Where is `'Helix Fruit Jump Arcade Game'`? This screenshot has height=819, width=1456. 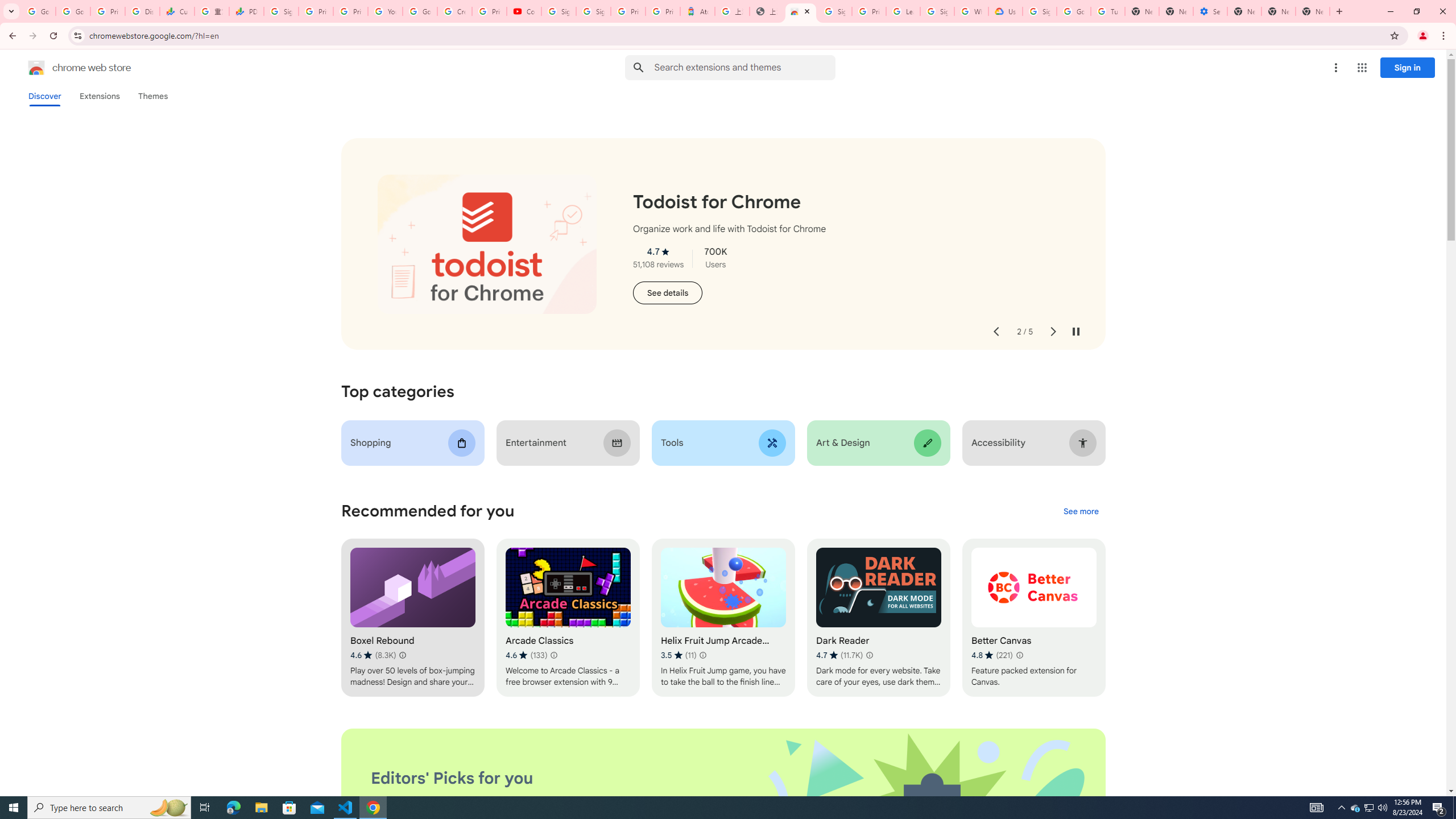
'Helix Fruit Jump Arcade Game' is located at coordinates (723, 617).